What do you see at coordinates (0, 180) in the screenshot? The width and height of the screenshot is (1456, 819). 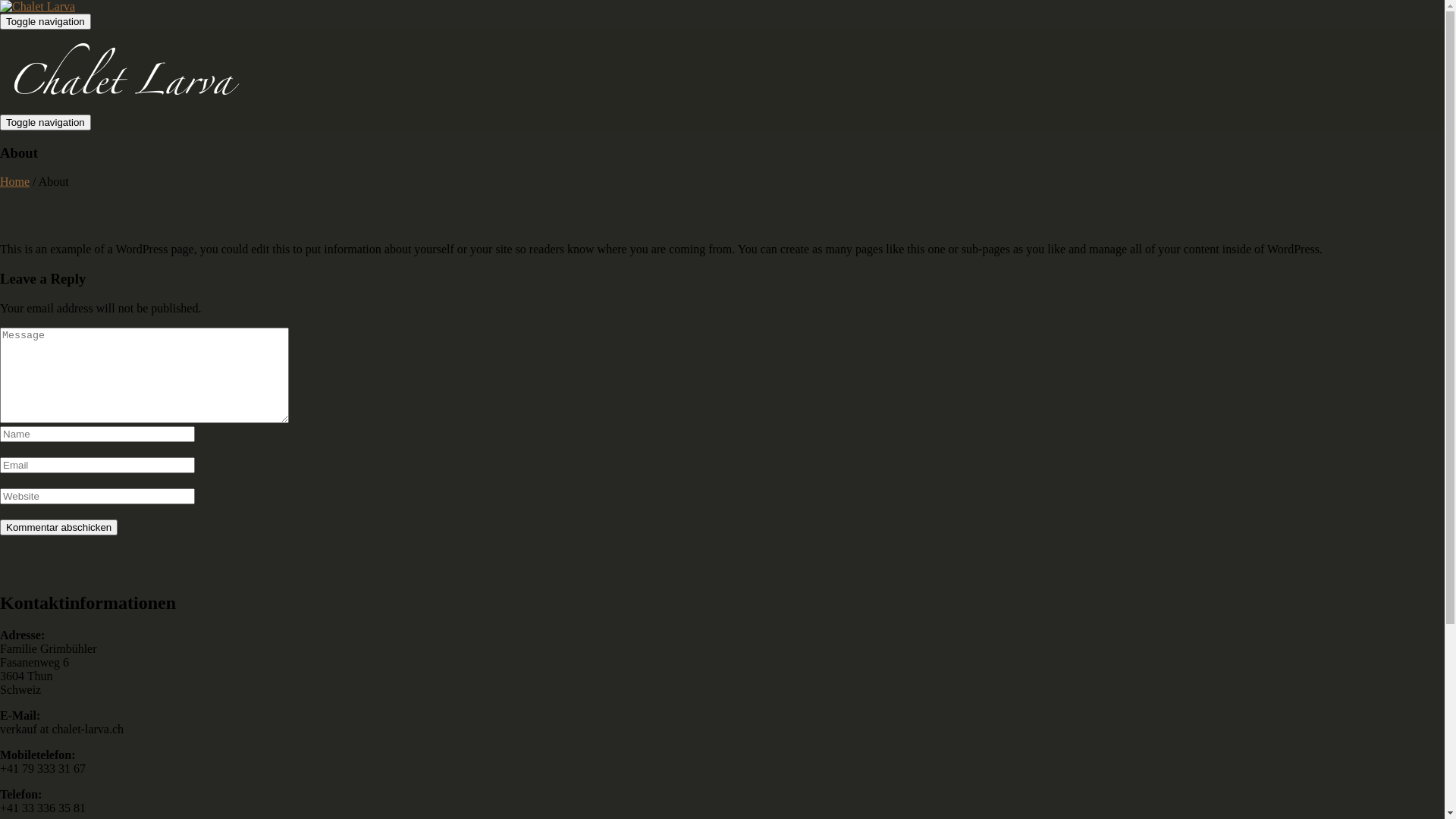 I see `'Home'` at bounding box center [0, 180].